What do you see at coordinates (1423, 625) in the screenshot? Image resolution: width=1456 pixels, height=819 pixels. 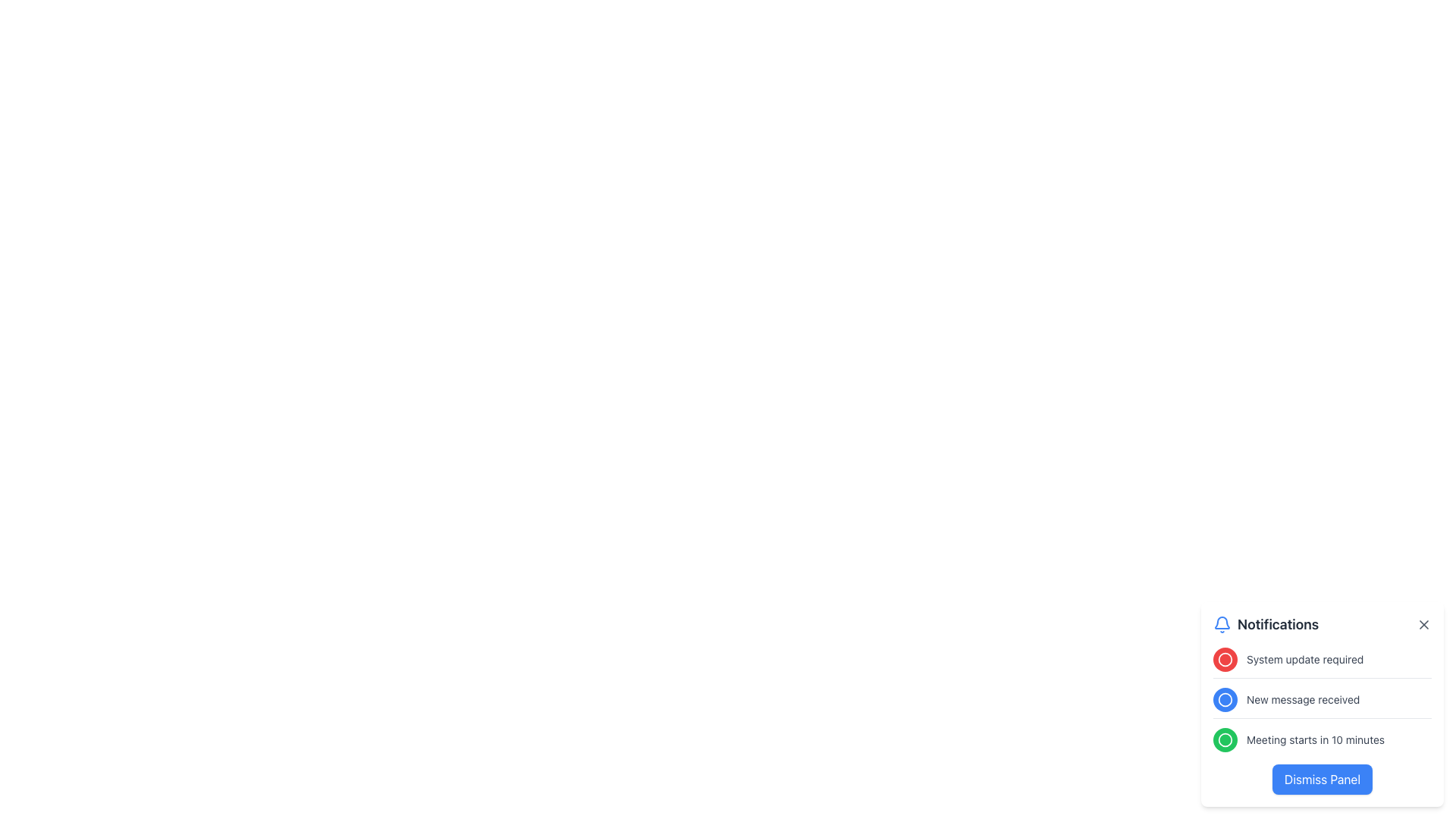 I see `the close button located at the top-right corner of the 'Notifications' panel` at bounding box center [1423, 625].